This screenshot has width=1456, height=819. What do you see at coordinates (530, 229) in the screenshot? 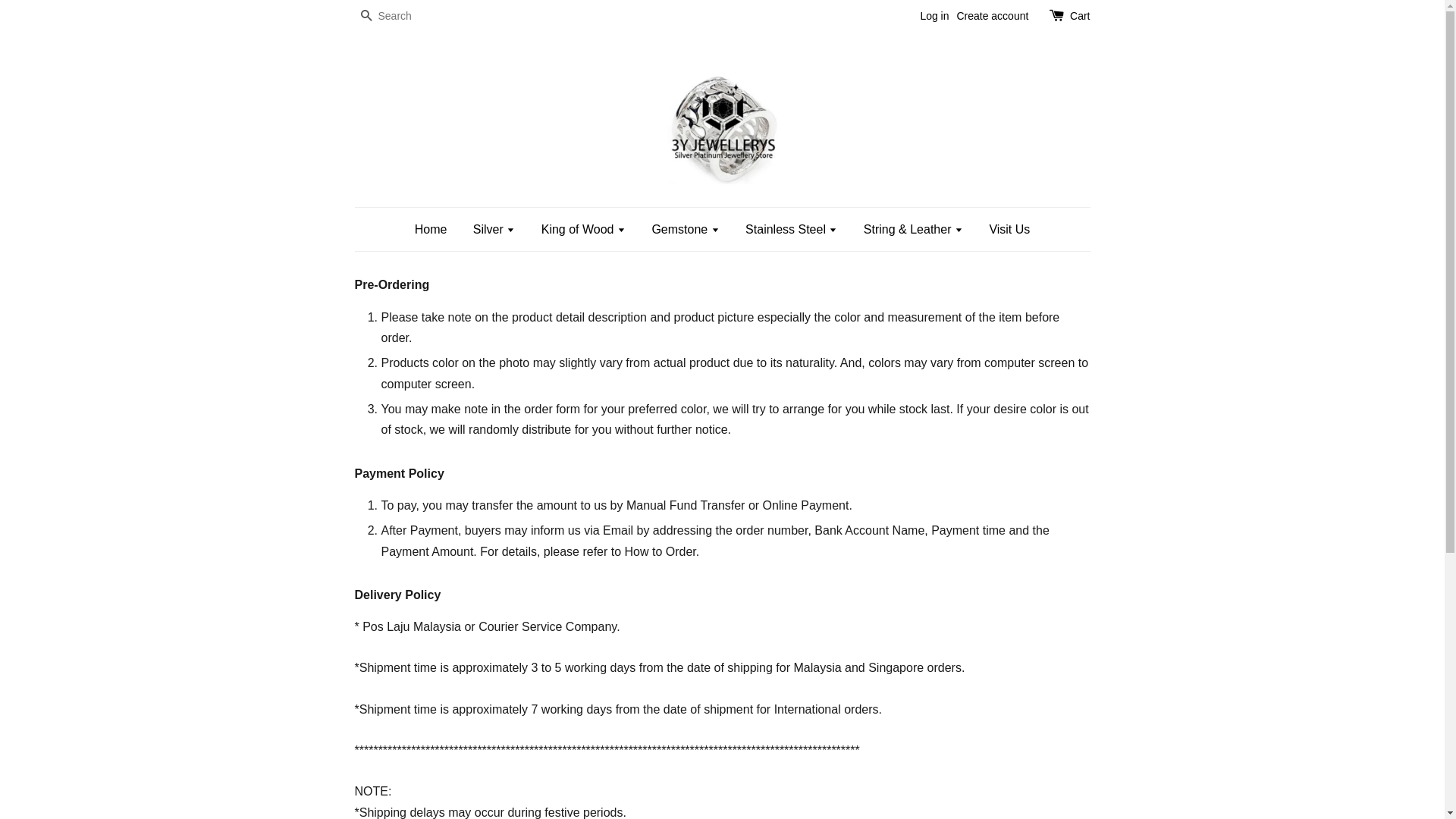
I see `'King of Wood'` at bounding box center [530, 229].